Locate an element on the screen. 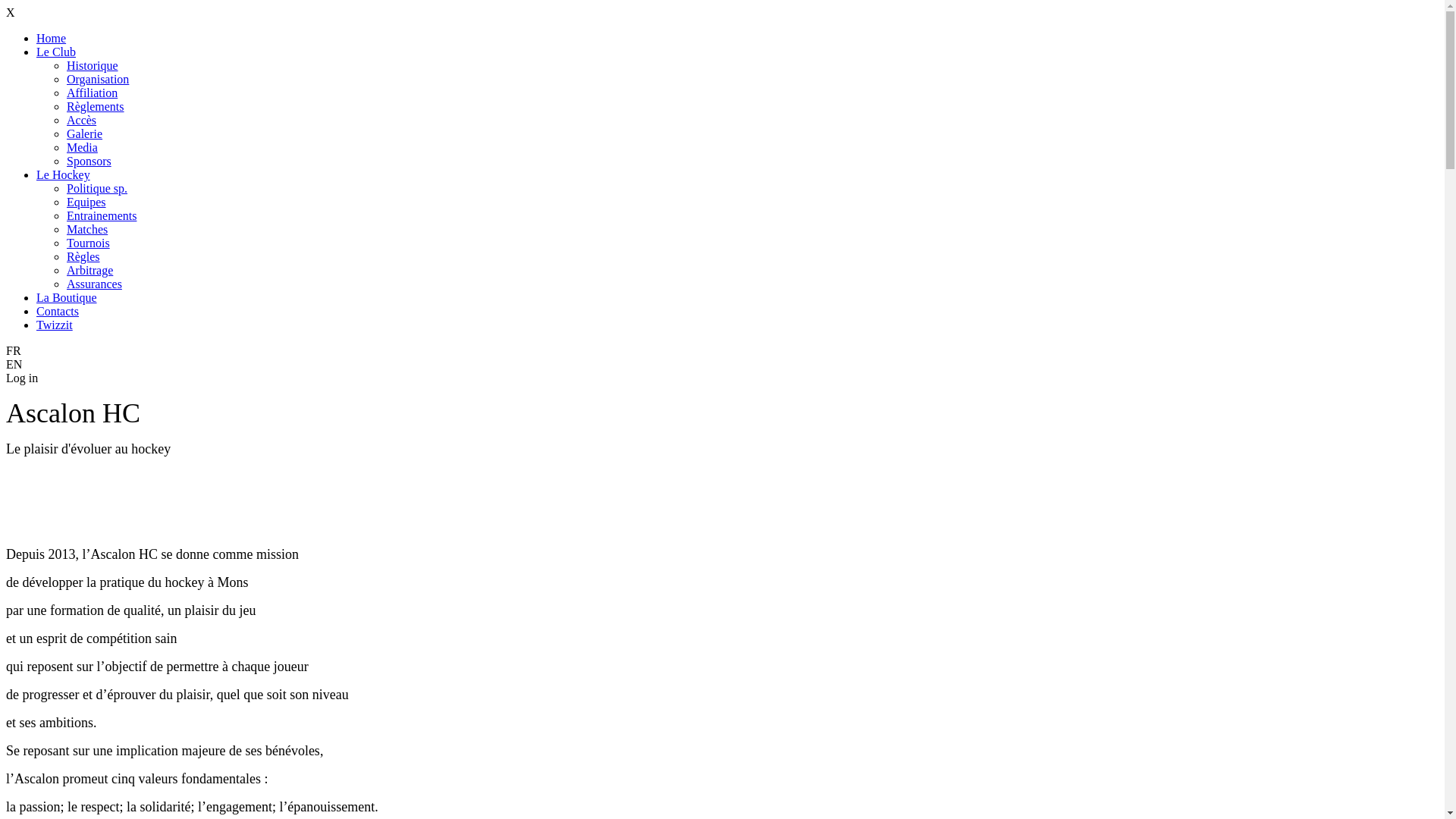 Image resolution: width=1456 pixels, height=819 pixels. 'Le Hockey' is located at coordinates (36, 174).